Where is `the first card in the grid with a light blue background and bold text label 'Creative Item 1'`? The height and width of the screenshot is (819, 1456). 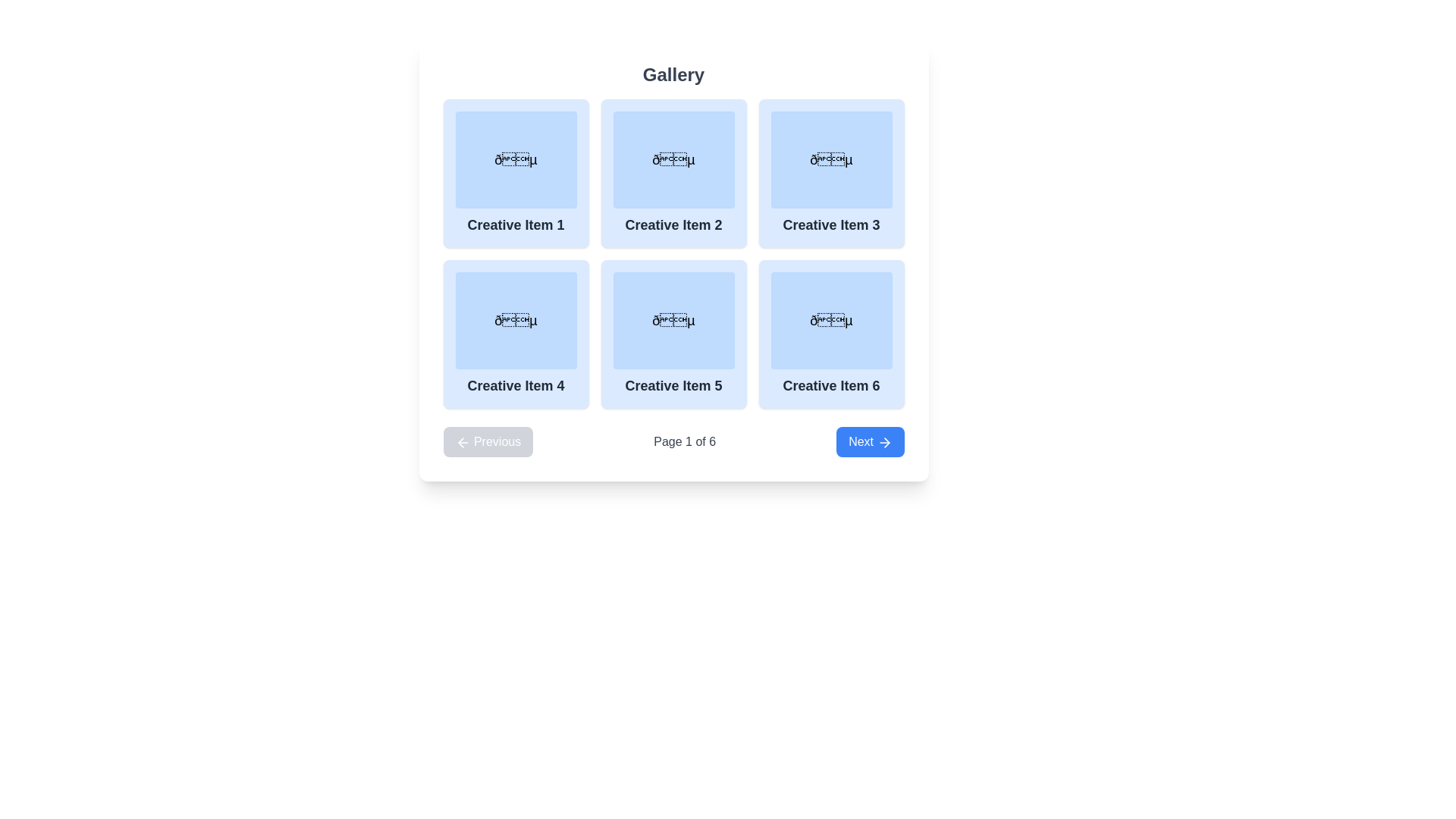 the first card in the grid with a light blue background and bold text label 'Creative Item 1' is located at coordinates (516, 172).